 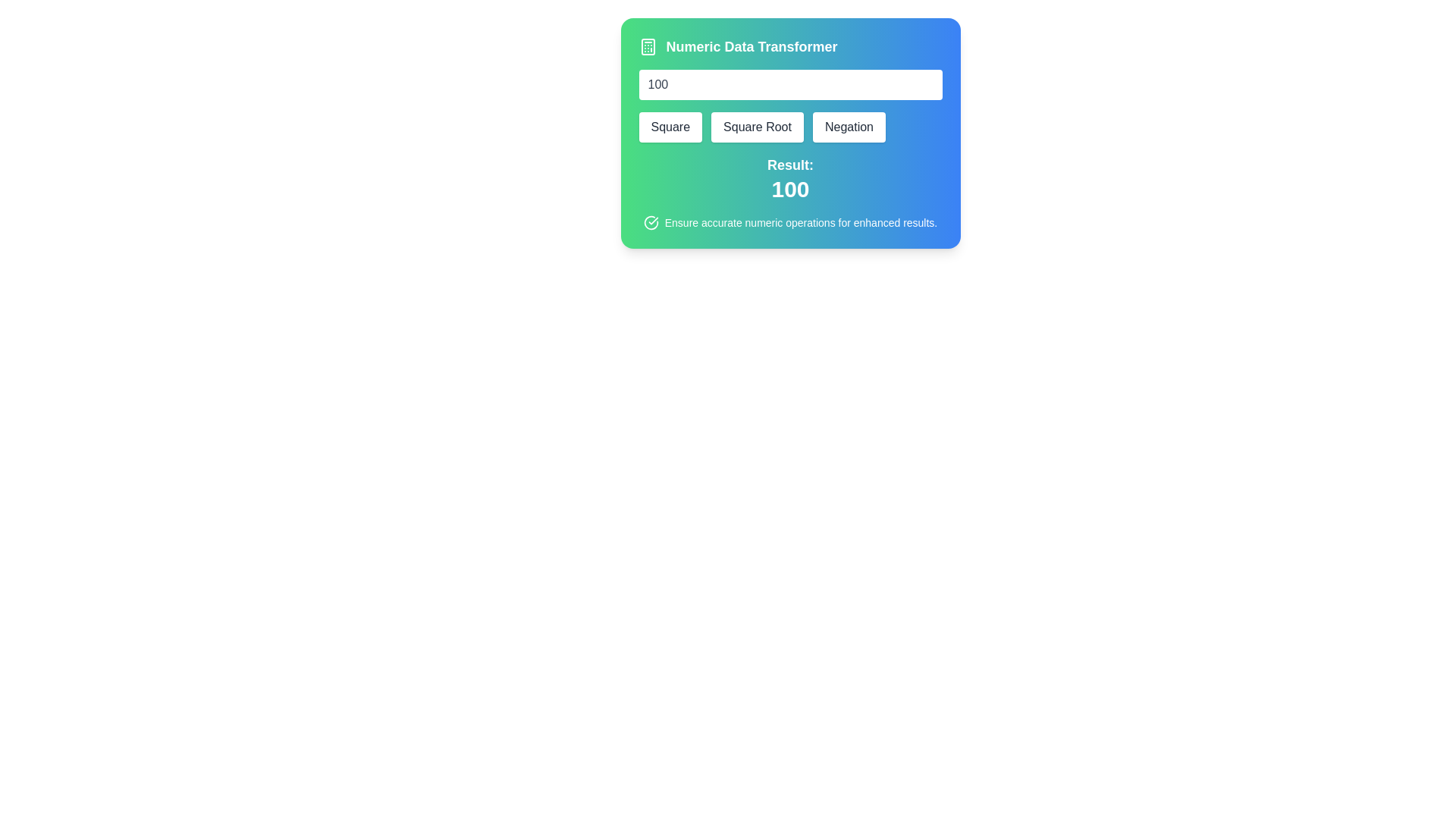 I want to click on the primary rectangular body of the calculator icon, which serves a decorative function within the numeric data transformer panel, so click(x=648, y=45).